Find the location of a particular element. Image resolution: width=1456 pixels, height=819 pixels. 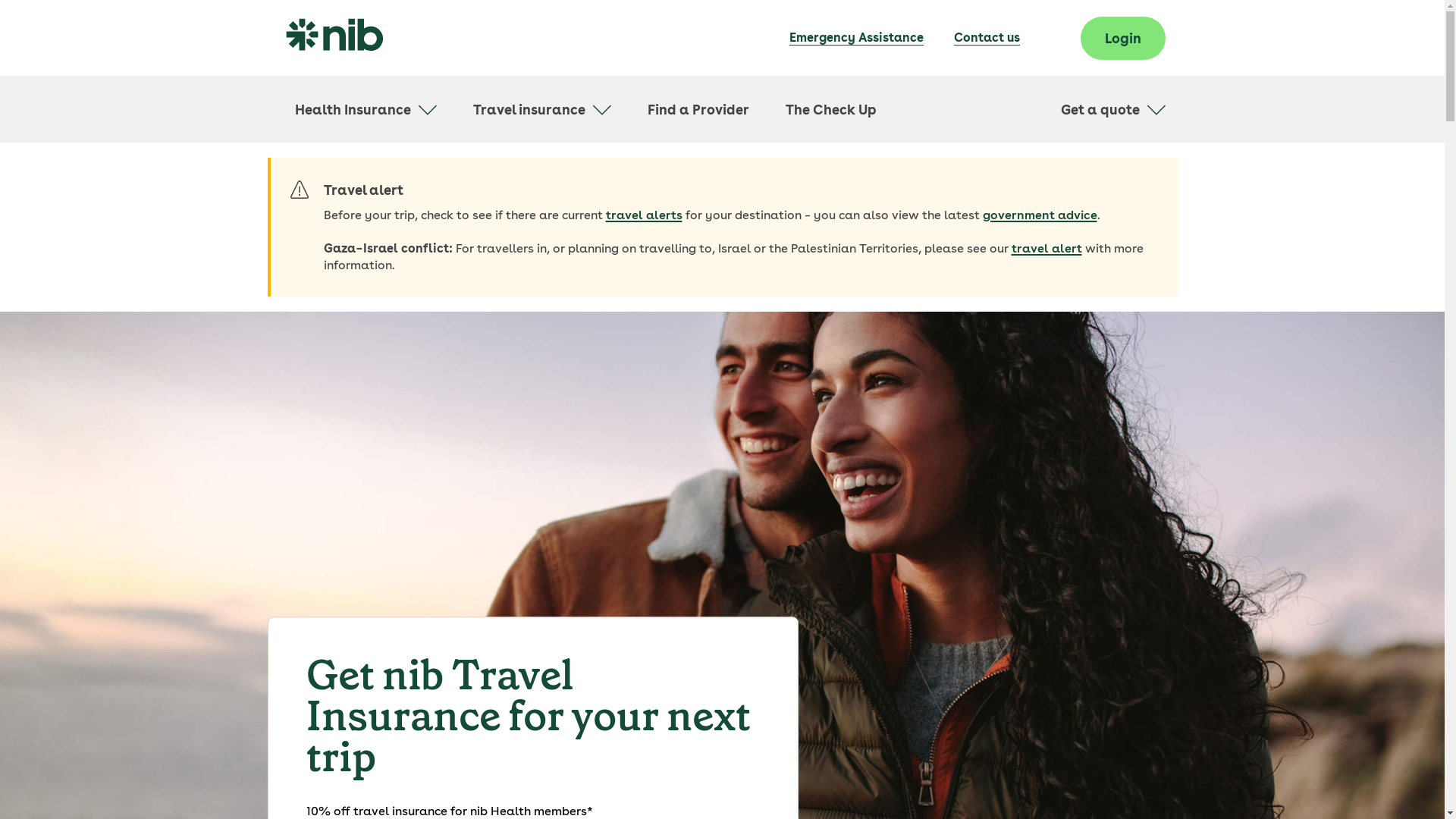

'Get a quote' is located at coordinates (1112, 108).